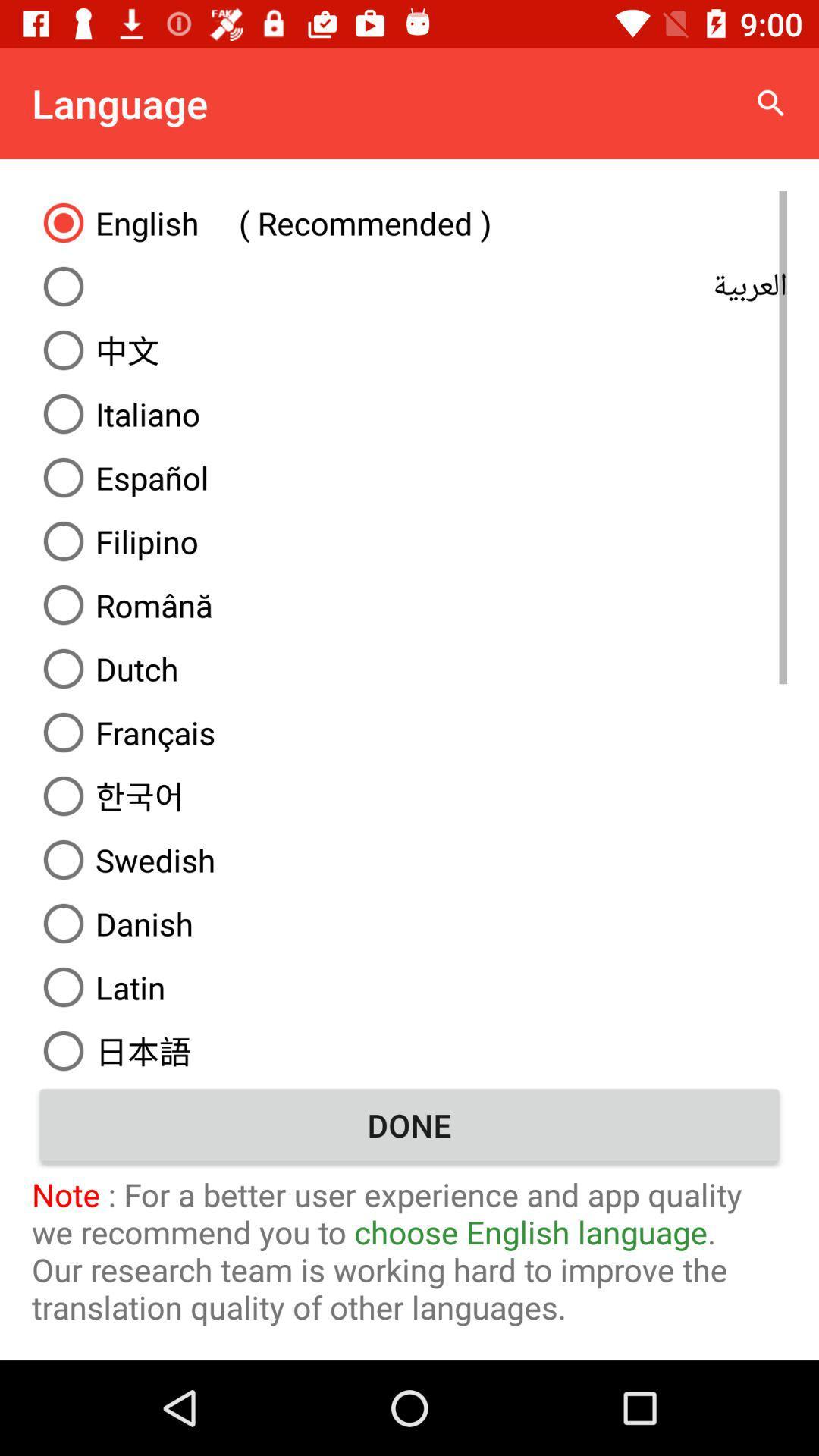 This screenshot has height=1456, width=819. I want to click on the filipino icon, so click(409, 541).